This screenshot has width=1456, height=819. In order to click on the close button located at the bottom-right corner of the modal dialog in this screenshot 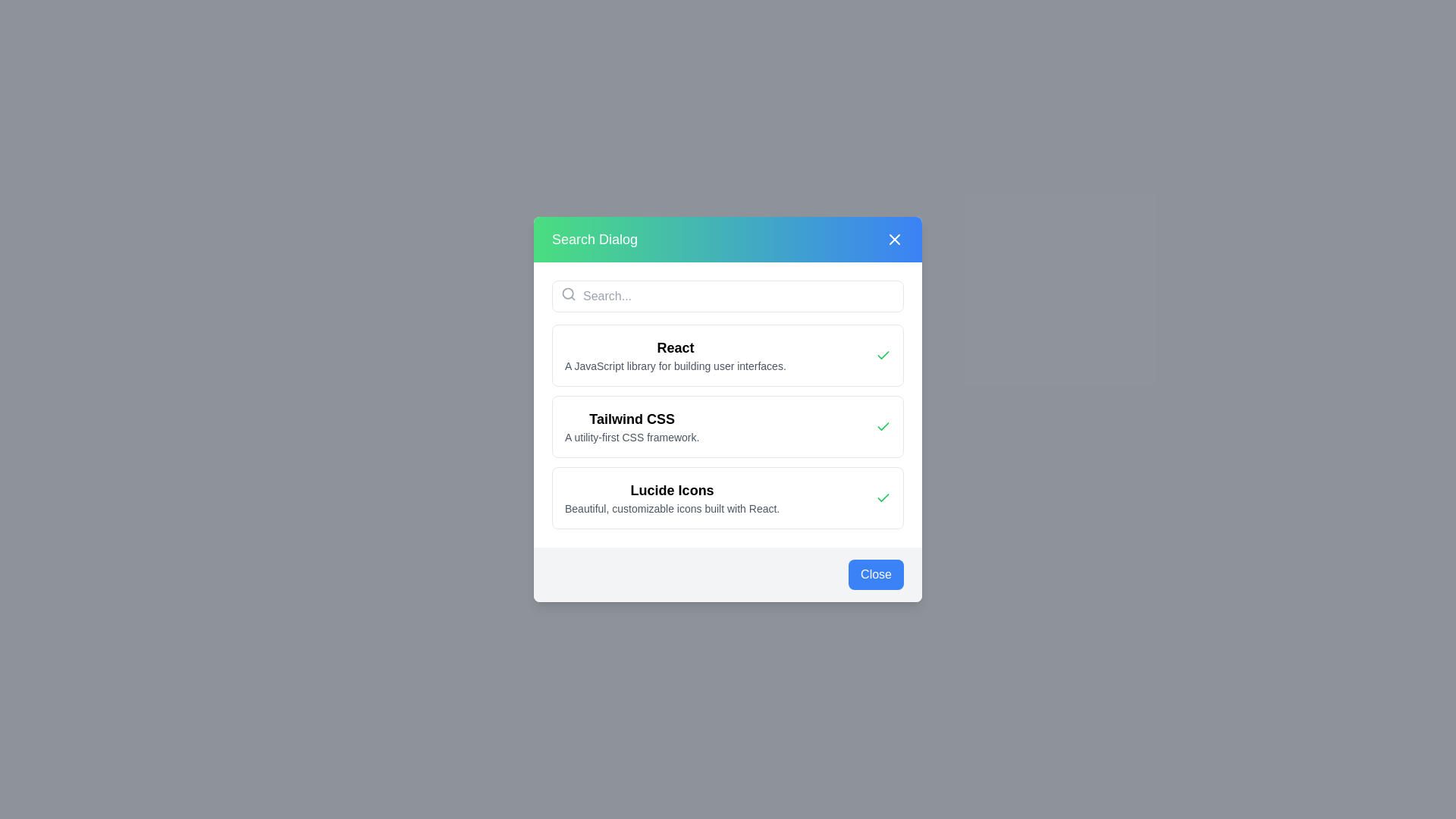, I will do `click(876, 575)`.